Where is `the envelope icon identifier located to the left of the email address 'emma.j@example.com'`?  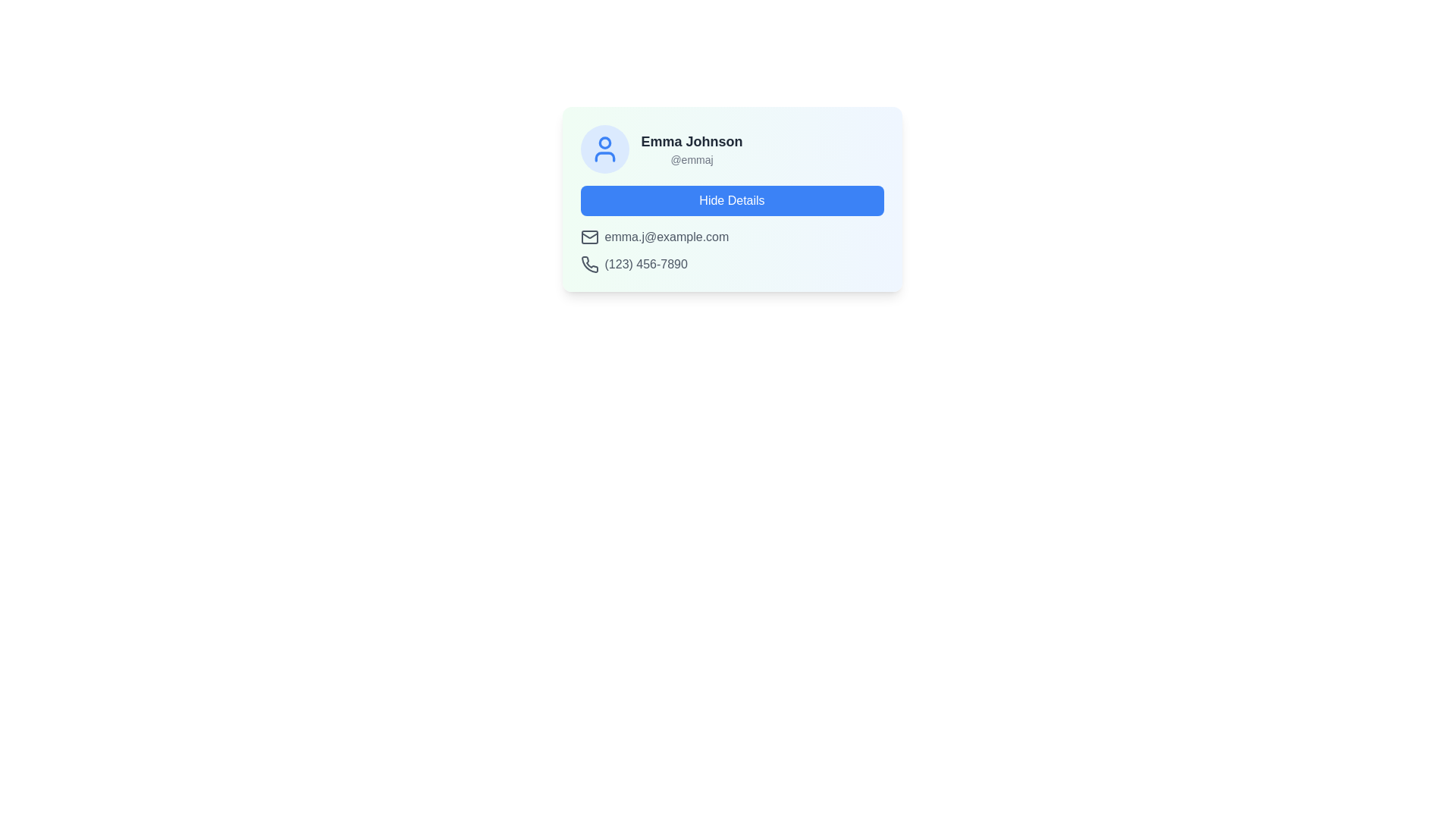 the envelope icon identifier located to the left of the email address 'emma.j@example.com' is located at coordinates (588, 237).